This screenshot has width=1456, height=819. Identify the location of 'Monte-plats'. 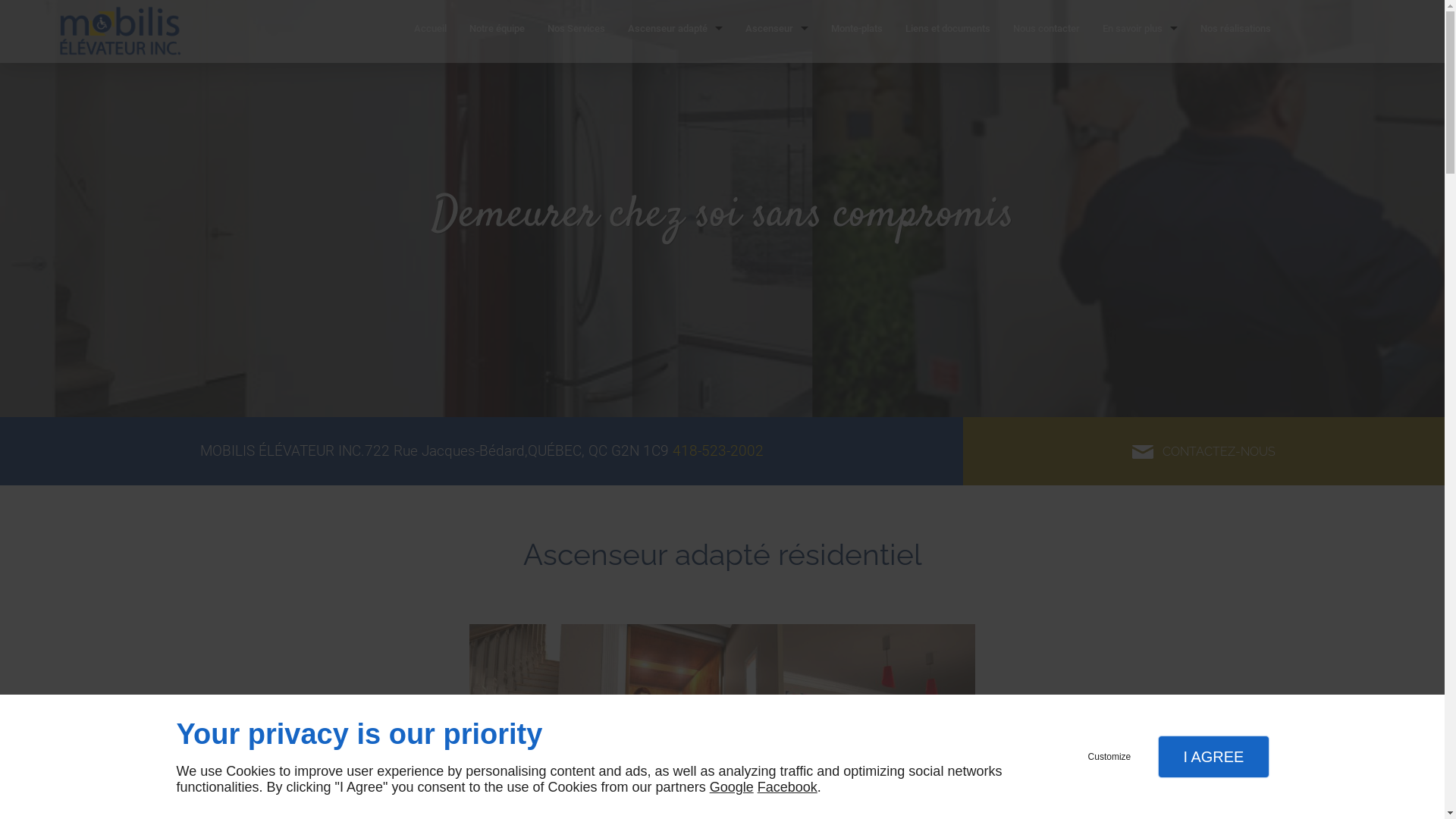
(856, 31).